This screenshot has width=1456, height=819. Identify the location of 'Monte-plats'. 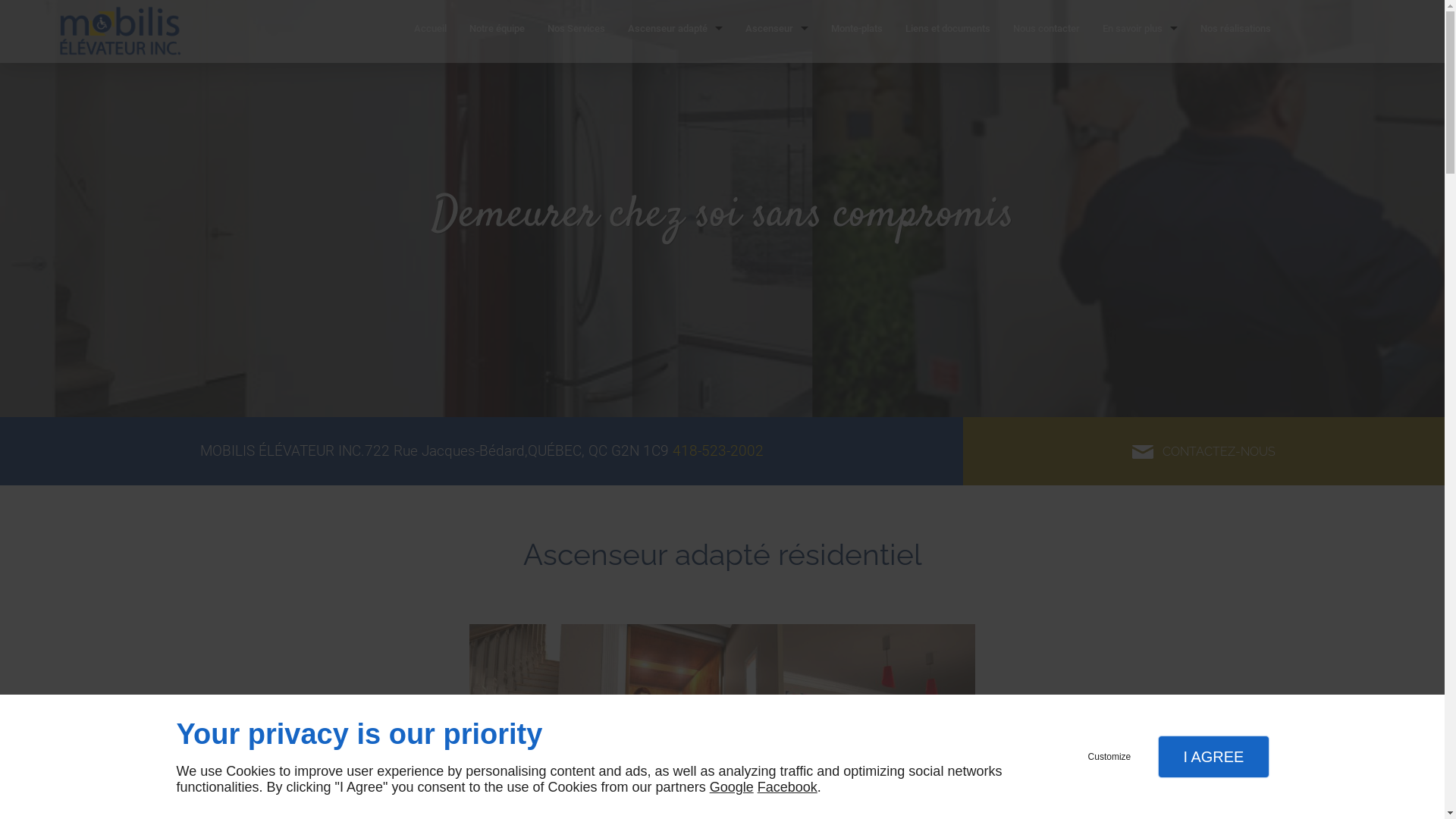
(856, 31).